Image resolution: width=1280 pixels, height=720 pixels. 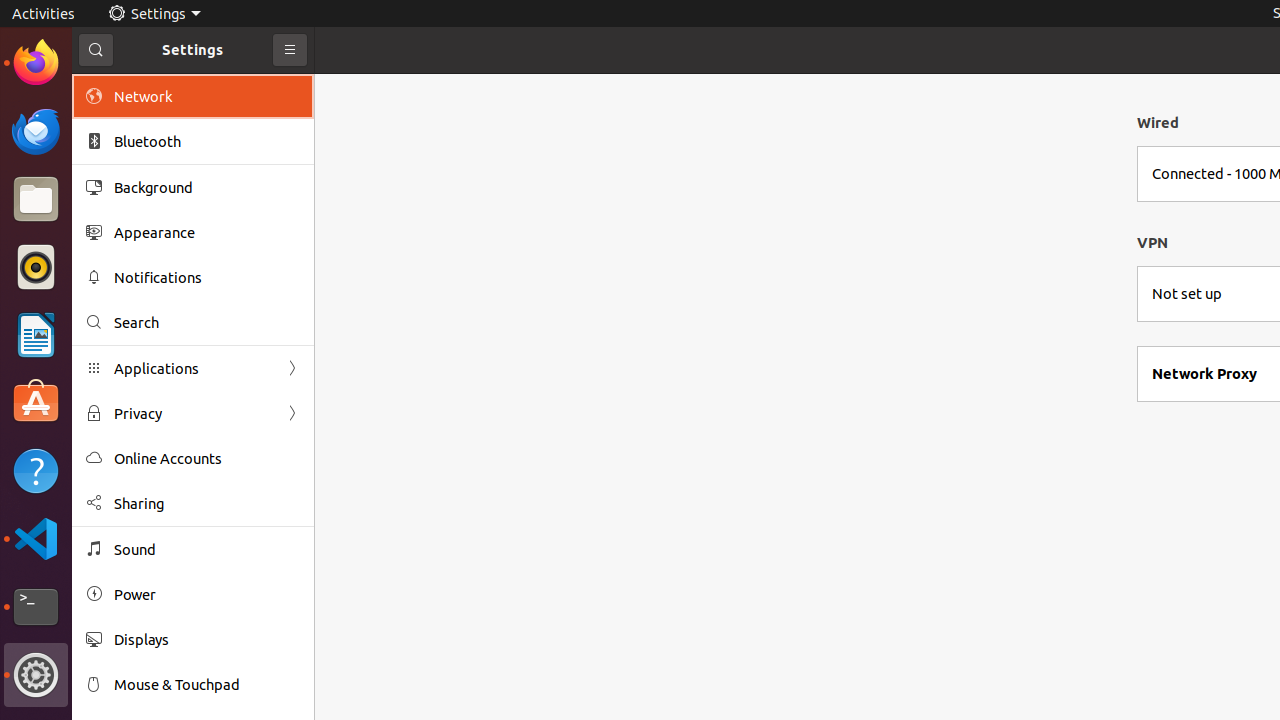 I want to click on 'Activities', so click(x=43, y=13).